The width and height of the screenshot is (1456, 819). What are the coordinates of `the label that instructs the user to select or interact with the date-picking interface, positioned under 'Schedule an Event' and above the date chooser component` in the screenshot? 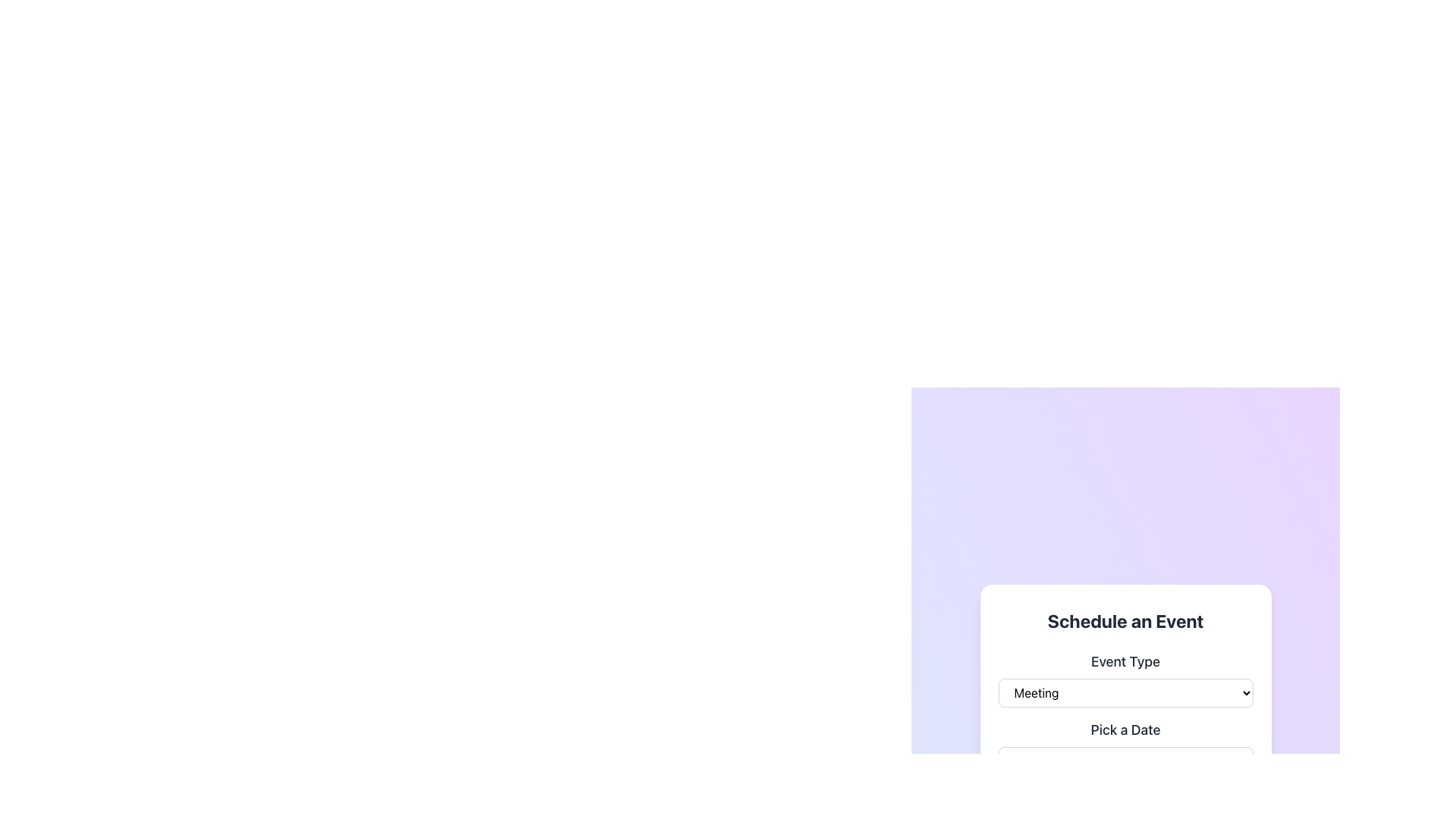 It's located at (1125, 730).